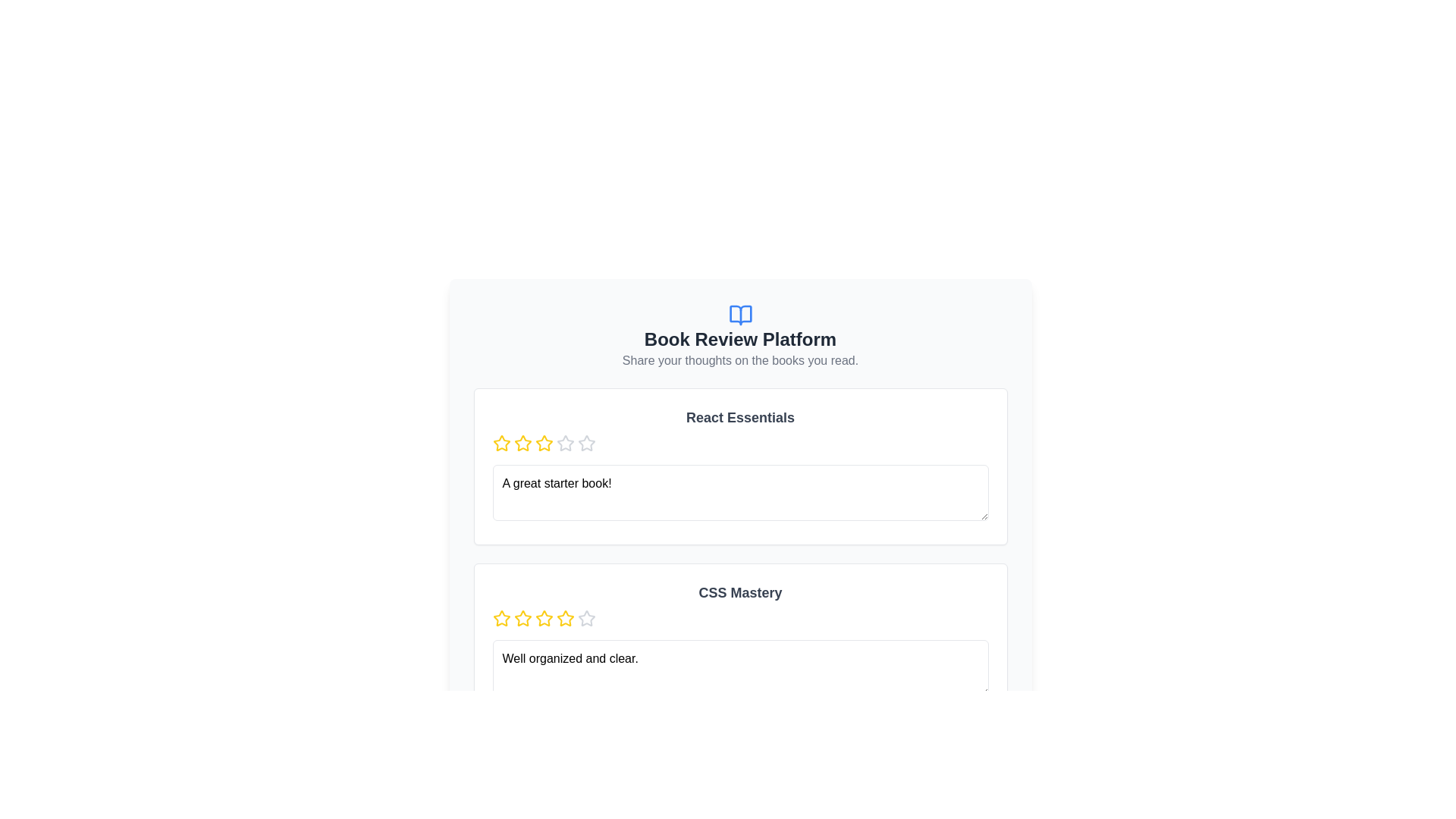 This screenshot has height=819, width=1456. I want to click on the third star icon in the rating bar below the 'CSS Mastery' heading to select a 3-star rating, so click(564, 618).